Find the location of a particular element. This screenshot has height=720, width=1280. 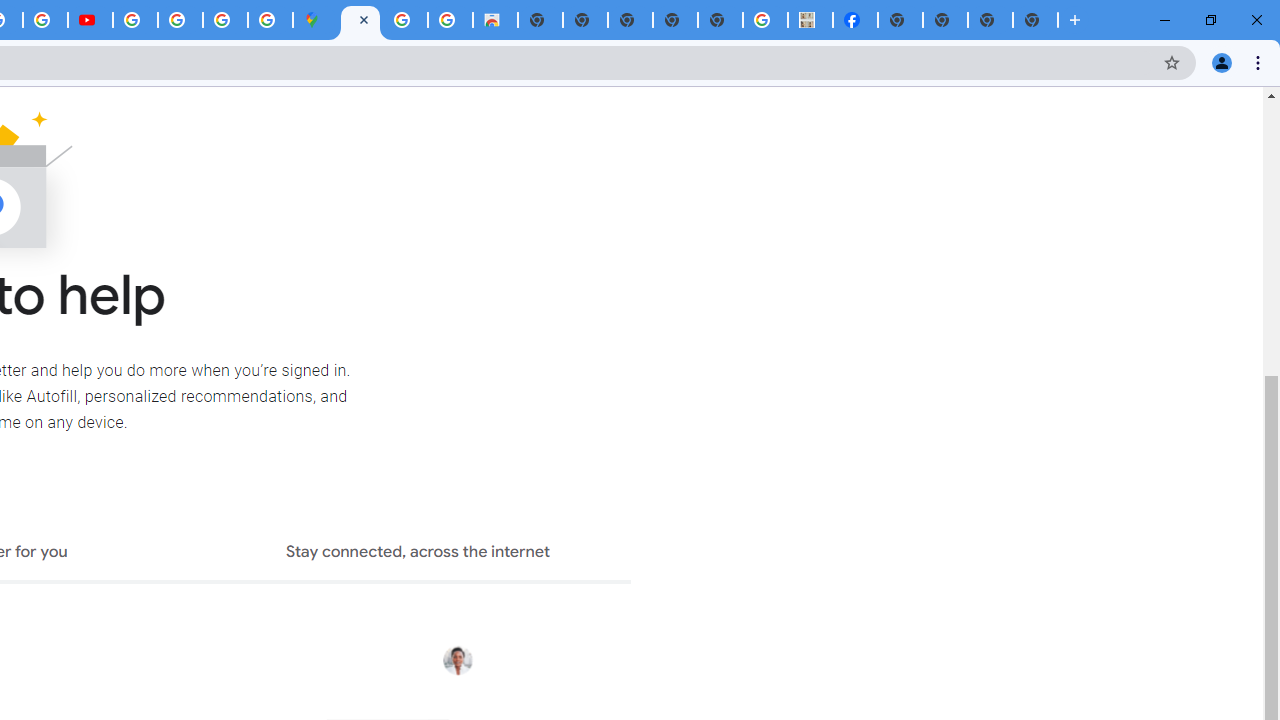

'How Chrome protects your passwords - Google Chrome Help' is located at coordinates (134, 20).